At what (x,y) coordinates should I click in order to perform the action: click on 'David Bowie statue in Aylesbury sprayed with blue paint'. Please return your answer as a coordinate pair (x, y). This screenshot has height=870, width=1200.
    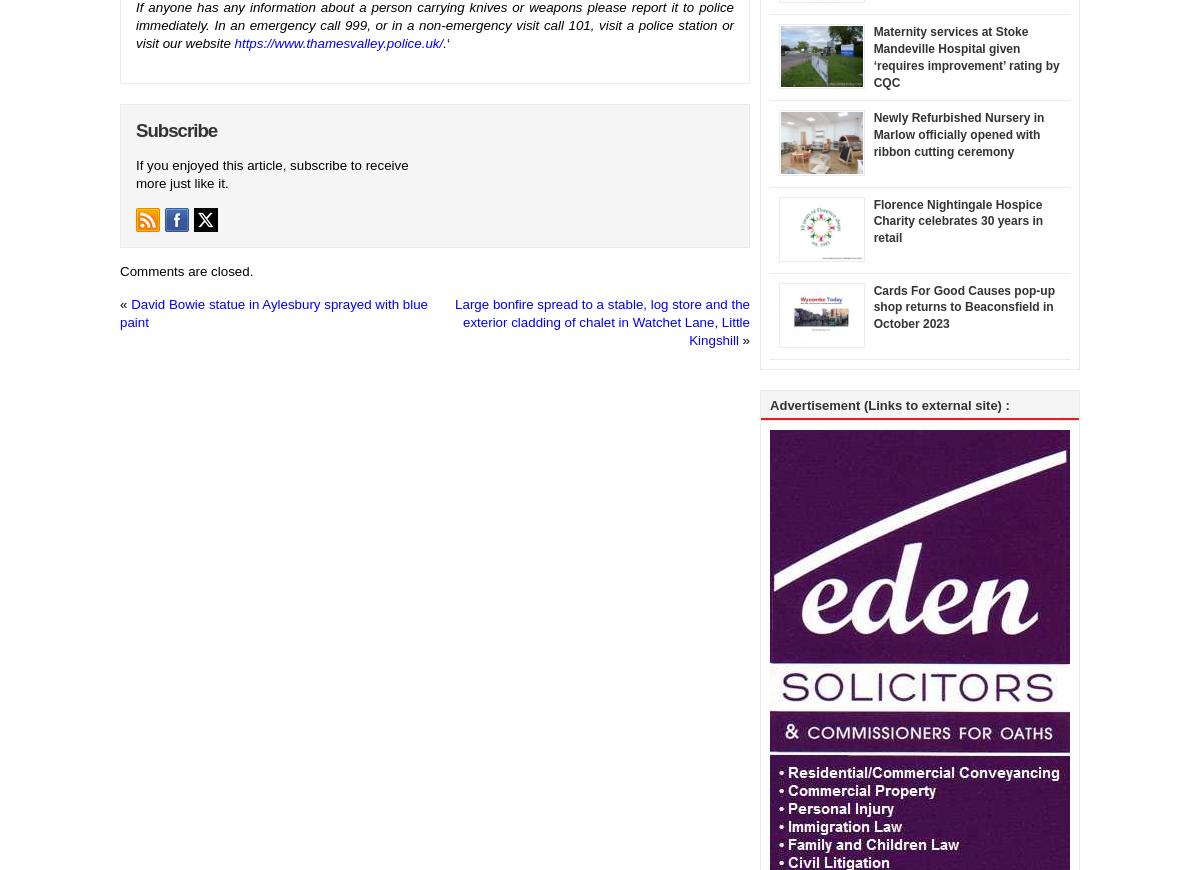
    Looking at the image, I should click on (272, 313).